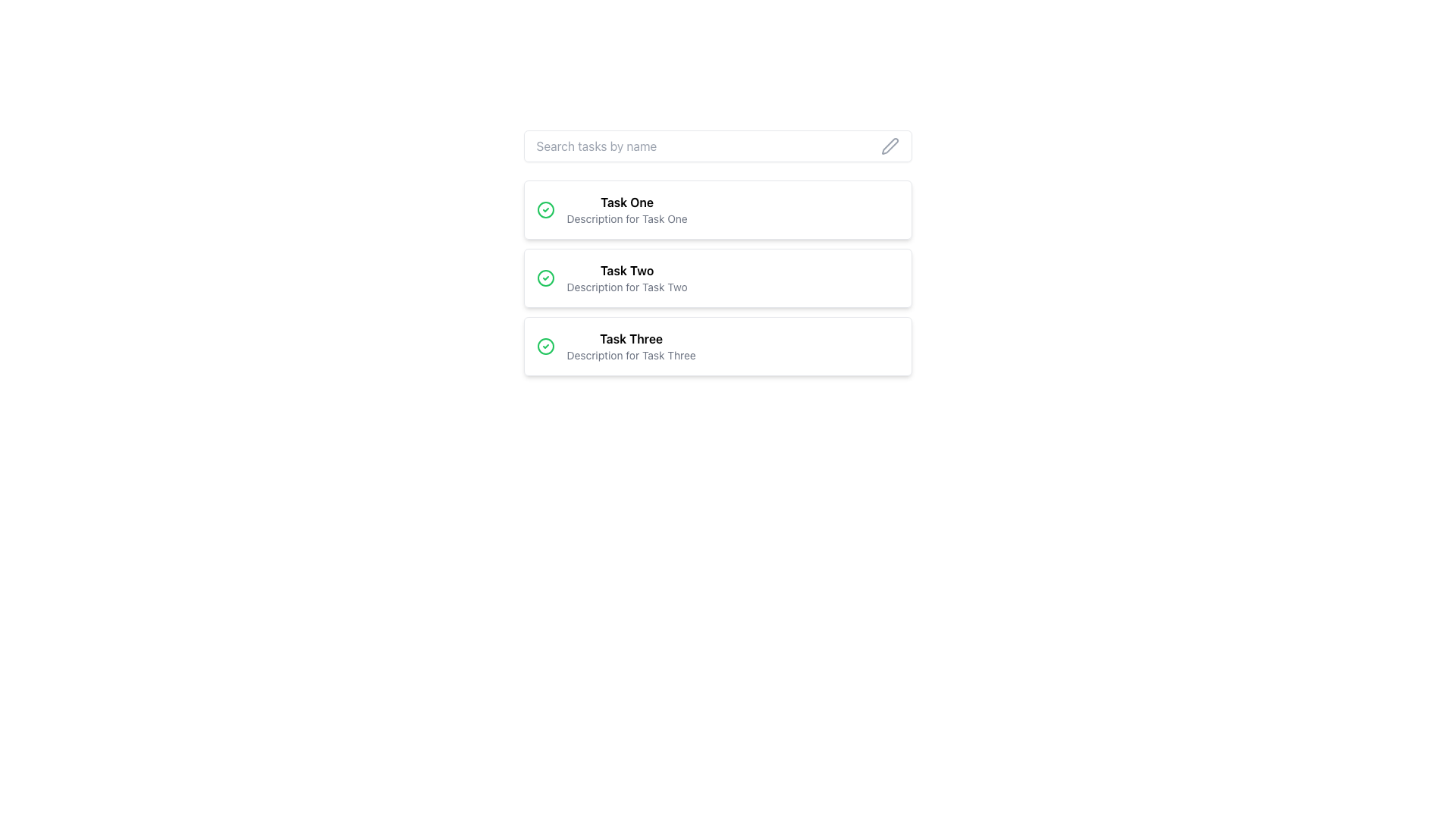 This screenshot has height=819, width=1456. I want to click on the text label displaying 'Description for Task One', which is located below the title 'Task One' in the first card of the vertically stacked list, so click(627, 219).